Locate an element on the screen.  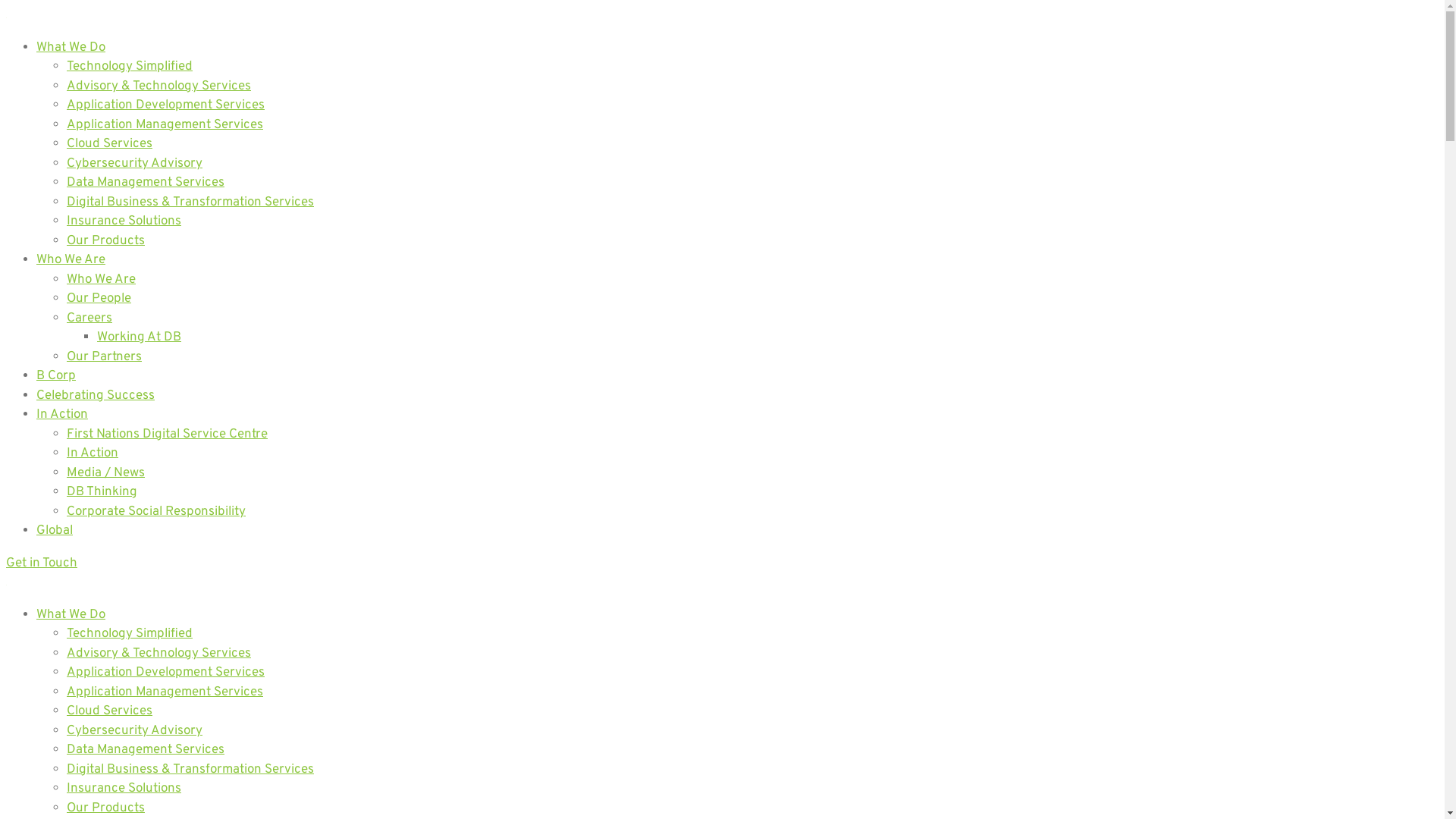
'Who We Are' is located at coordinates (65, 280).